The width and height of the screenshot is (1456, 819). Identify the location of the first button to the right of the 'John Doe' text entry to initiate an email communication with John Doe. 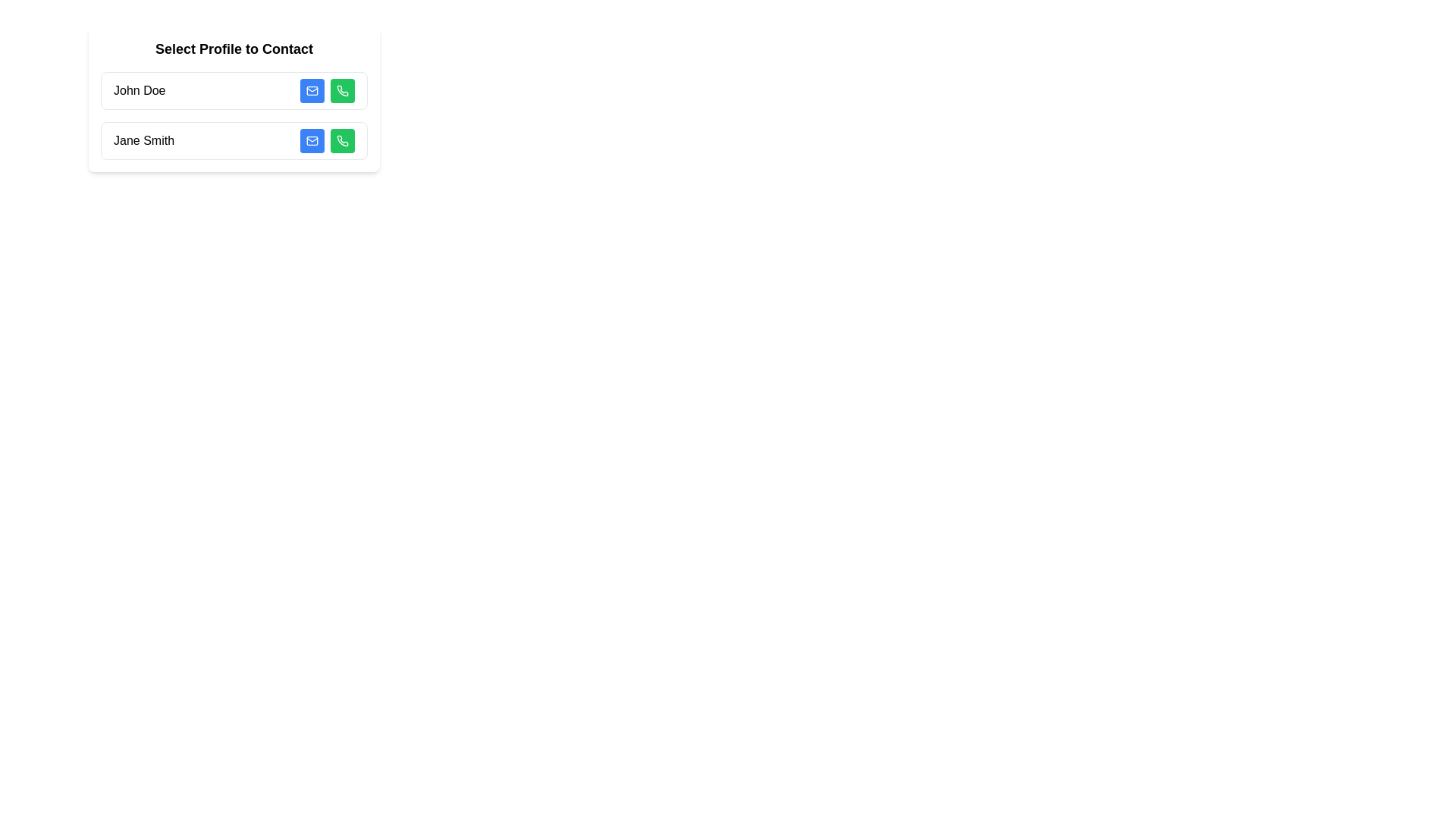
(312, 90).